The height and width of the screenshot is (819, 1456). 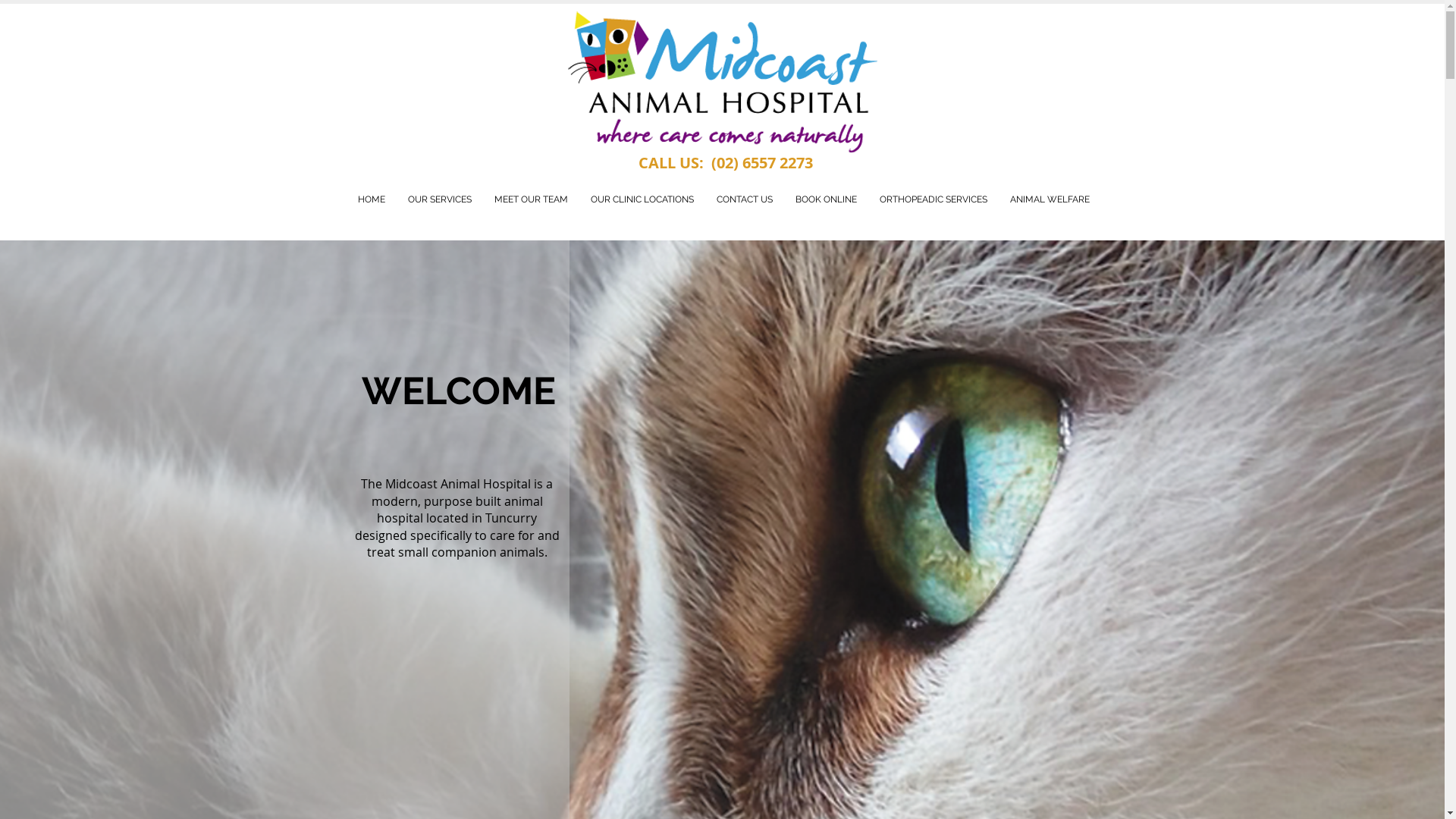 I want to click on 'ANIMAL WELFARE', so click(x=1048, y=199).